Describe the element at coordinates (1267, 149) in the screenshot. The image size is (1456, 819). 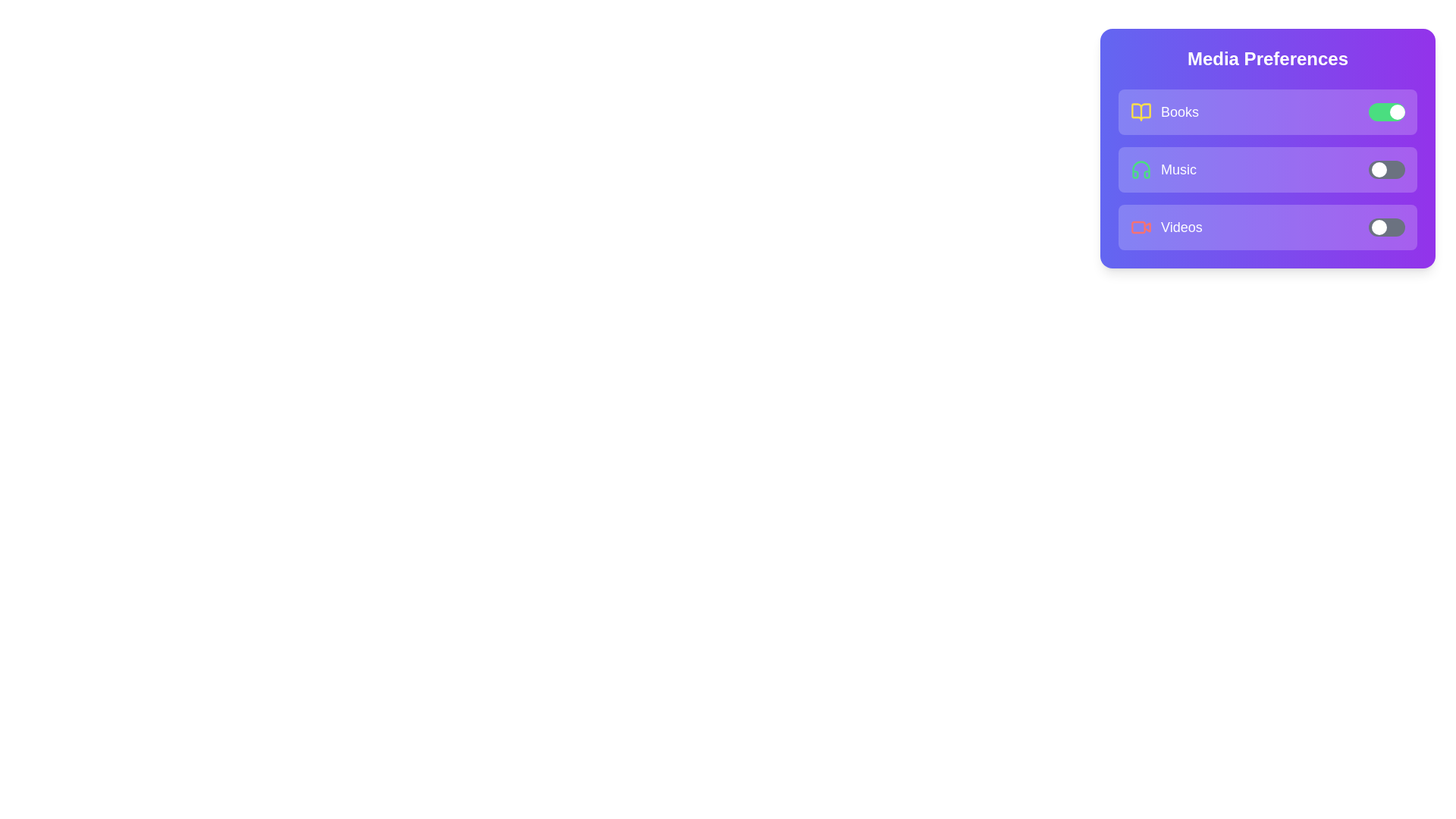
I see `the music preference toggle switch located in the second section of the settings panel` at that location.